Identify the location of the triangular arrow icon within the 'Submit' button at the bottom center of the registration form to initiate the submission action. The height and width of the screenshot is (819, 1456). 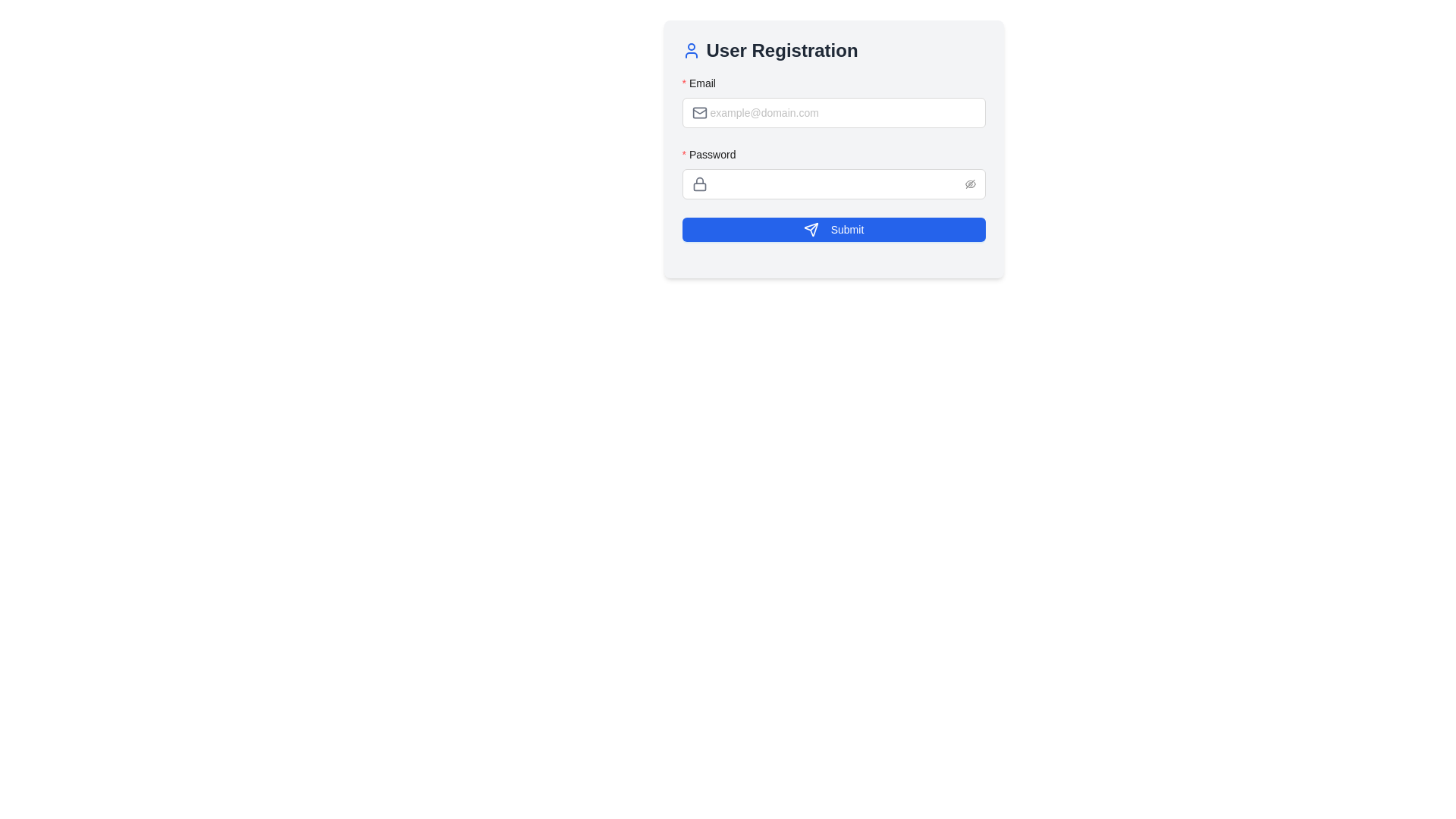
(810, 230).